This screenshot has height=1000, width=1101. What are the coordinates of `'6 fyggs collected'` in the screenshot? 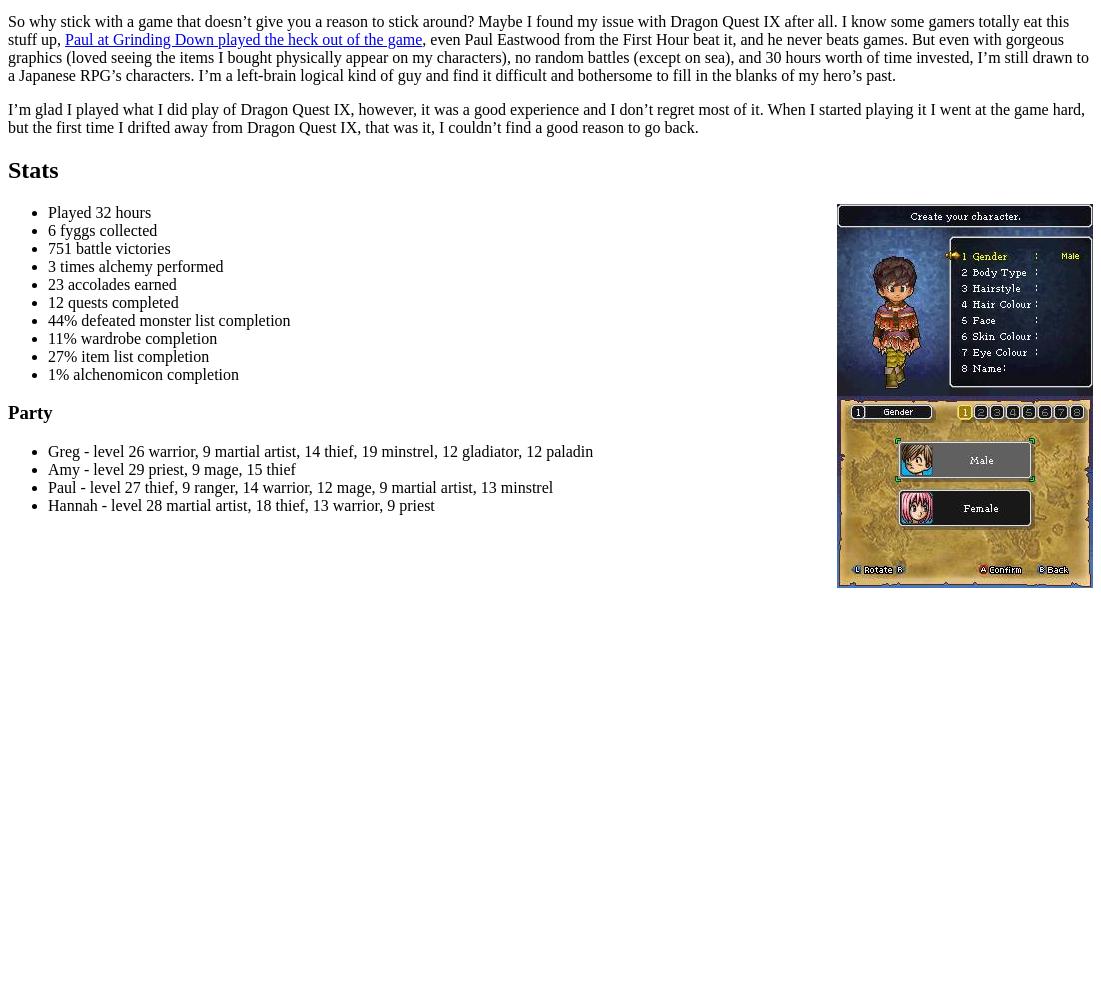 It's located at (102, 228).